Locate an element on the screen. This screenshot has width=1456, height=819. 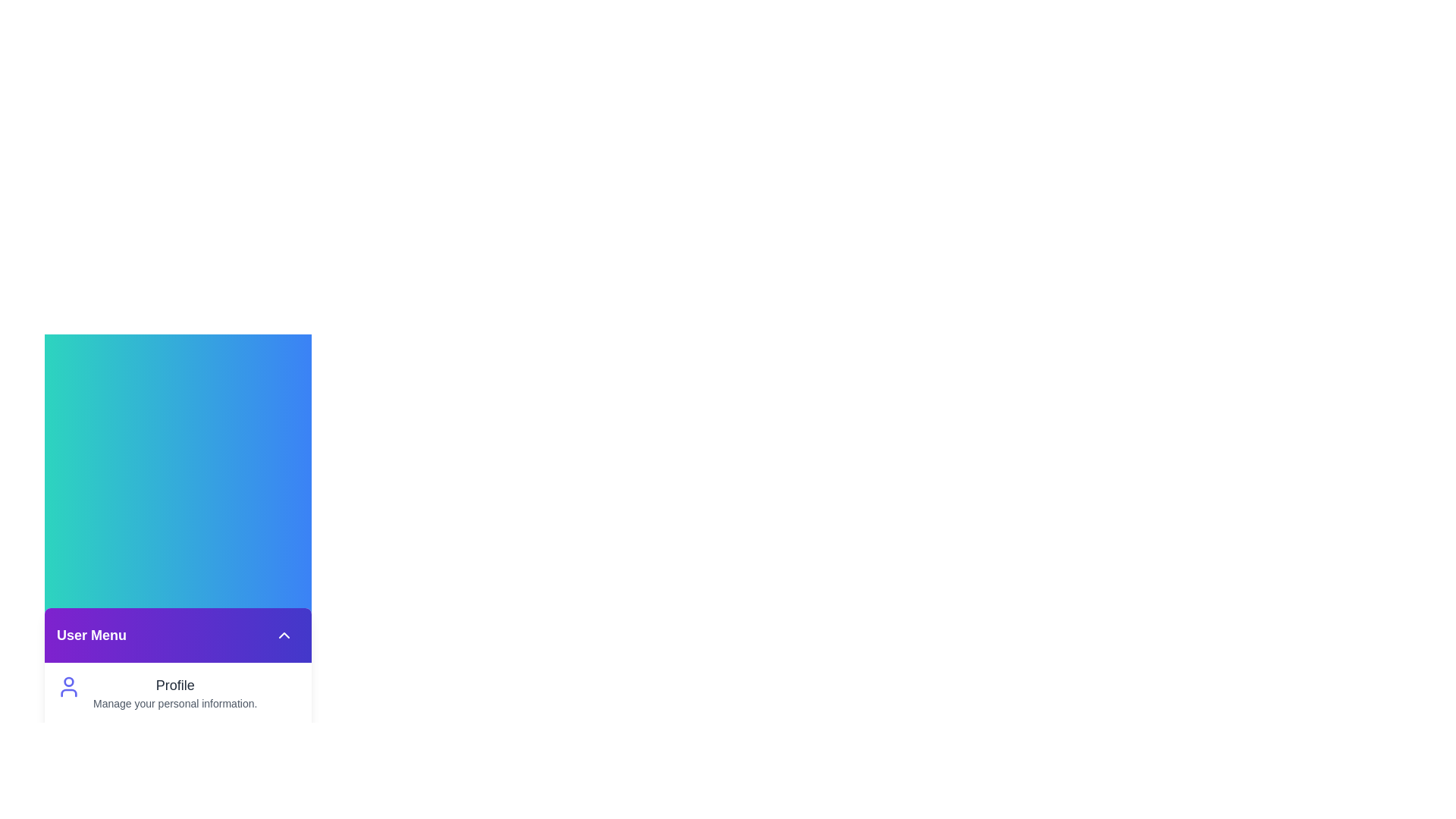
toggle button in the top-right corner of the menu header to toggle the menu visibility is located at coordinates (284, 635).